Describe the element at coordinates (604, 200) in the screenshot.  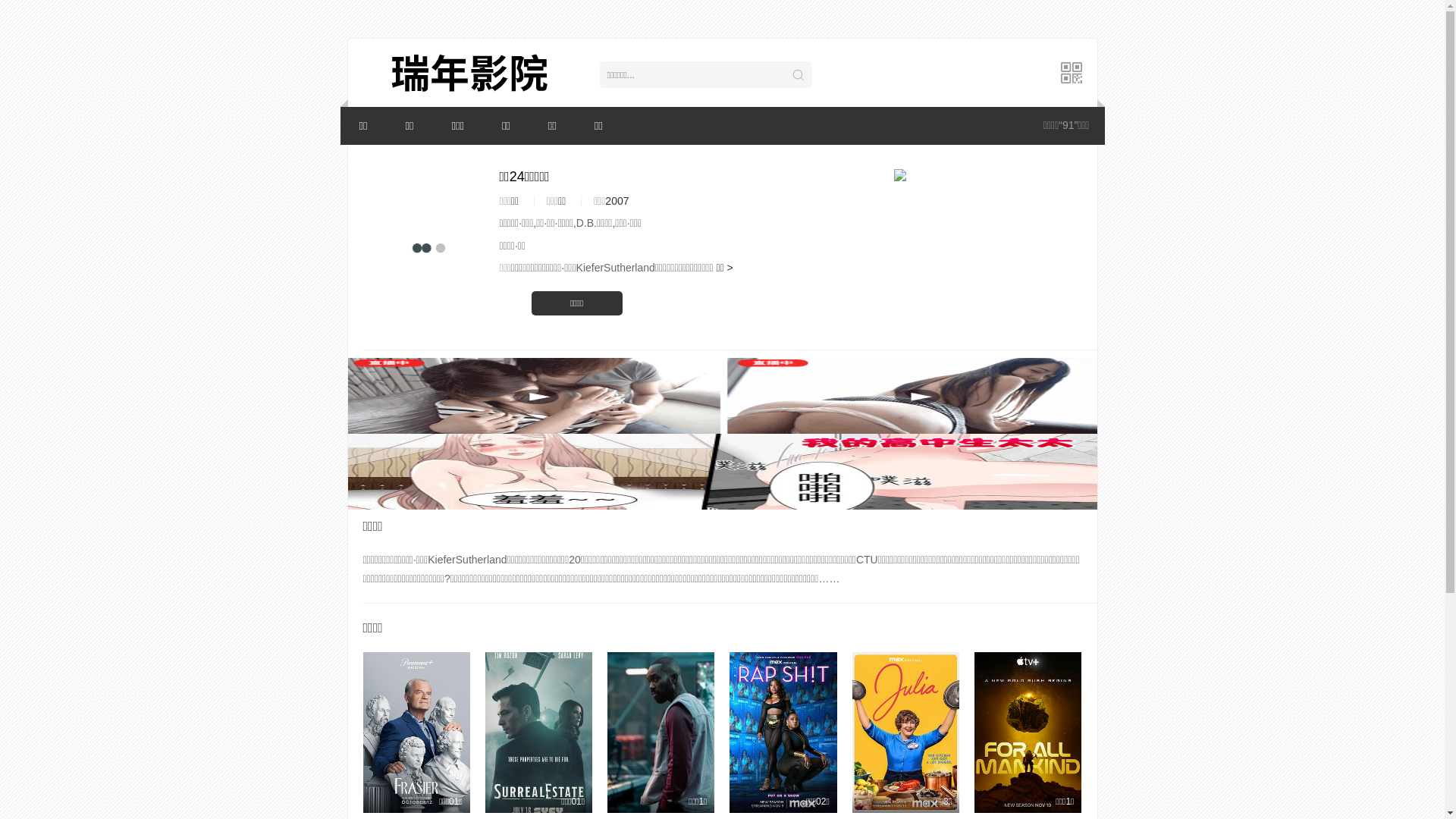
I see `'2007'` at that location.